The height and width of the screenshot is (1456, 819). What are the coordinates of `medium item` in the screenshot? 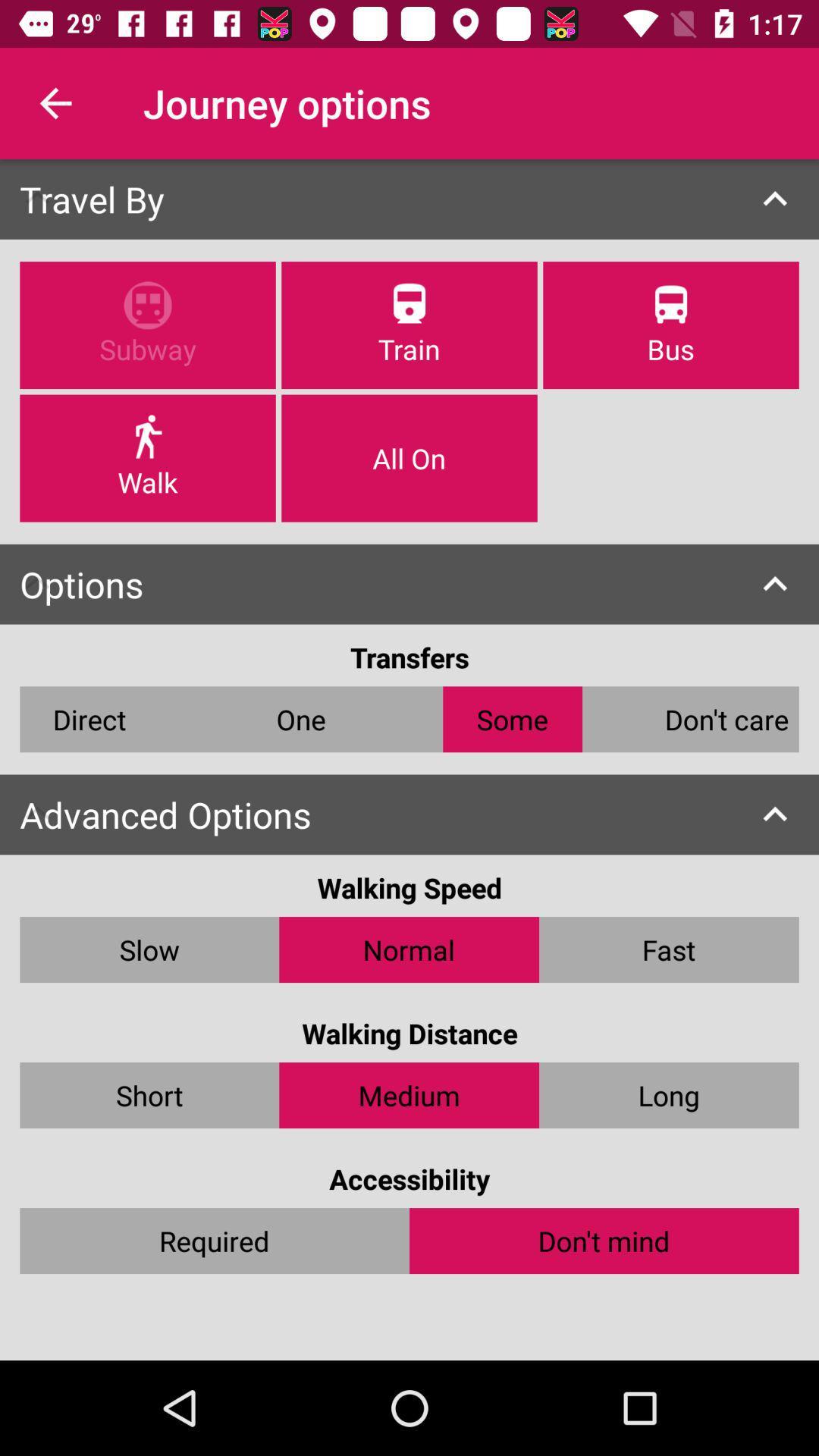 It's located at (408, 1095).